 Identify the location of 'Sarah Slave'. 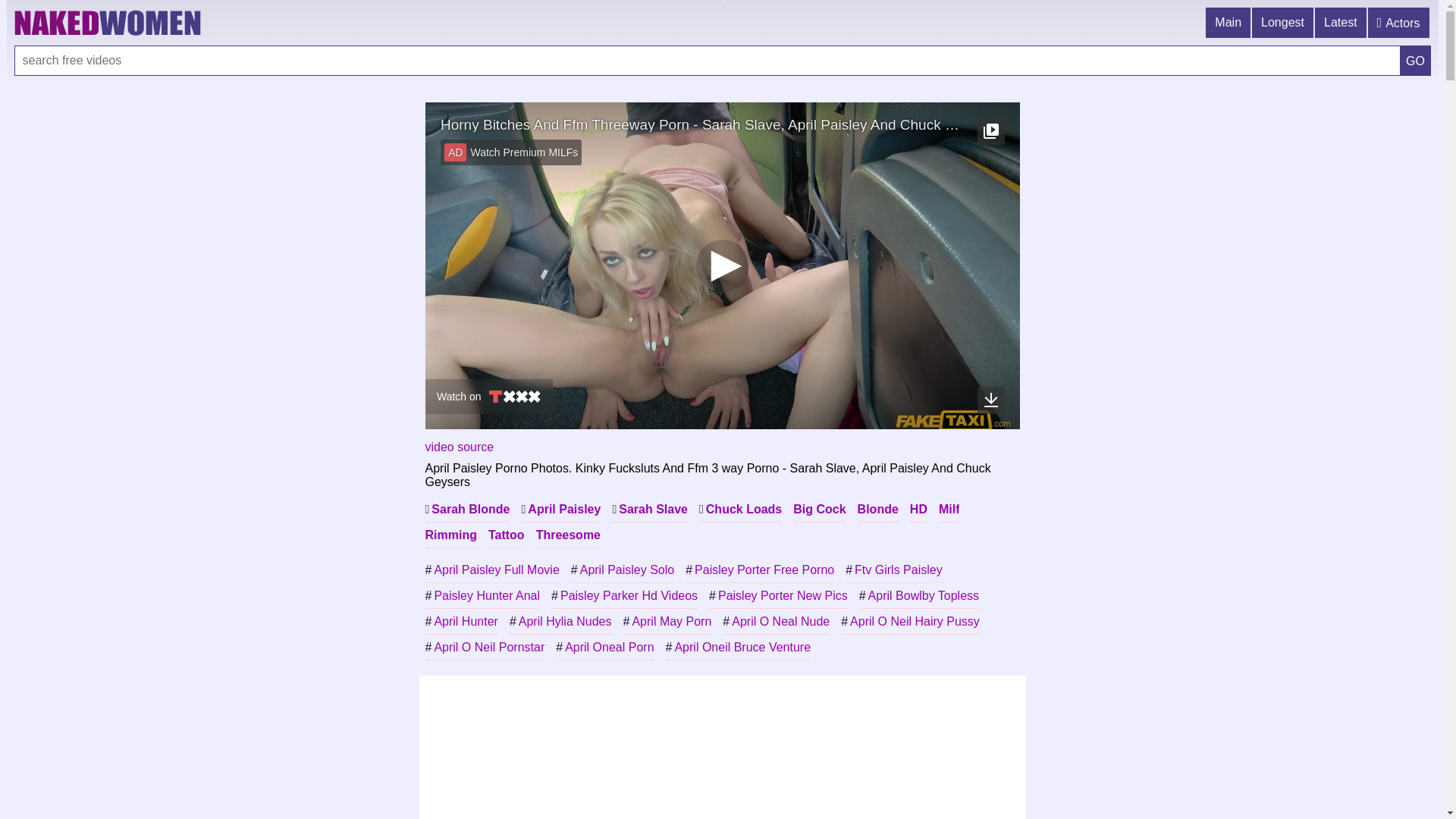
(650, 509).